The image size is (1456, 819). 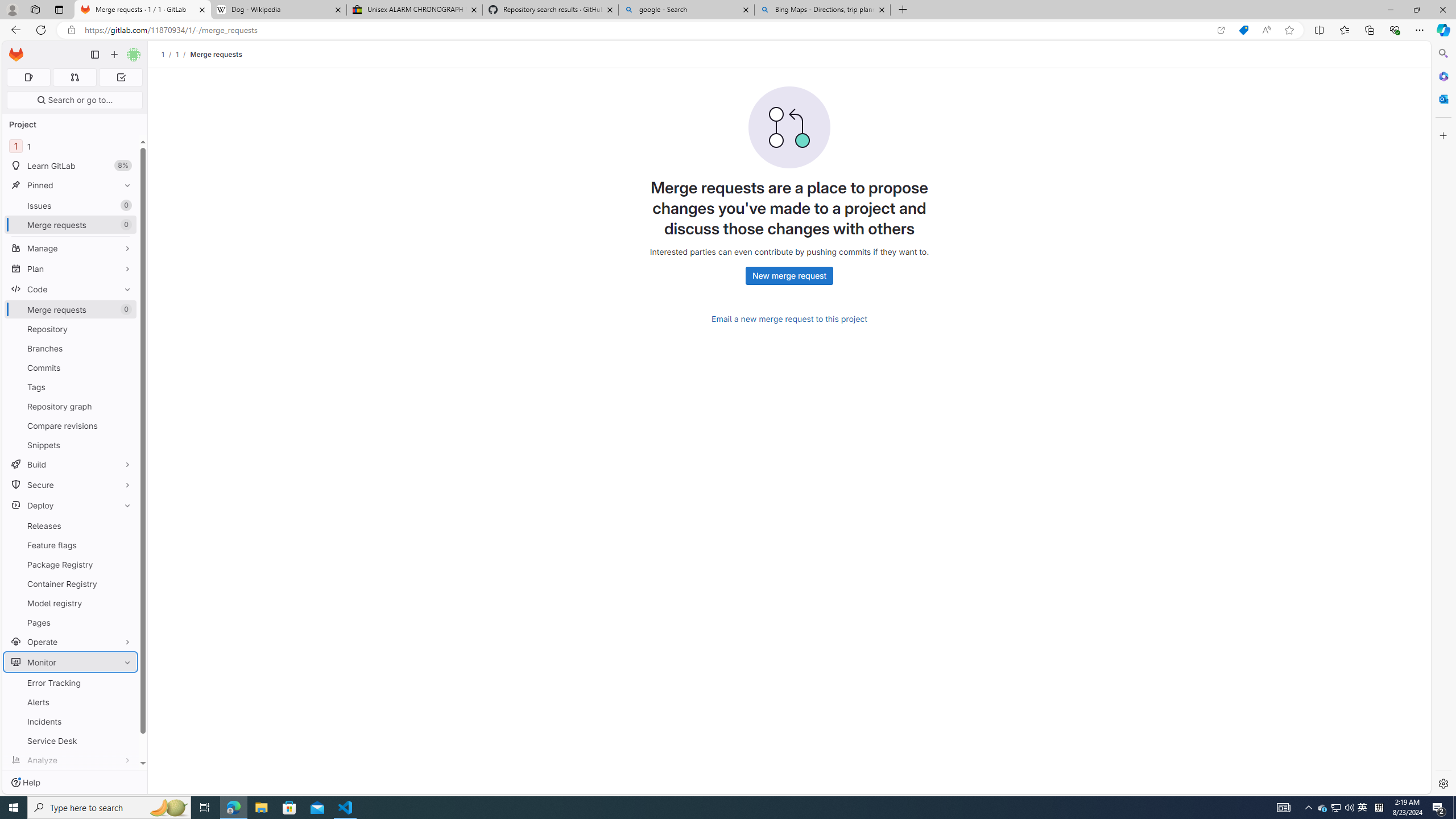 What do you see at coordinates (70, 584) in the screenshot?
I see `'Container Registry'` at bounding box center [70, 584].